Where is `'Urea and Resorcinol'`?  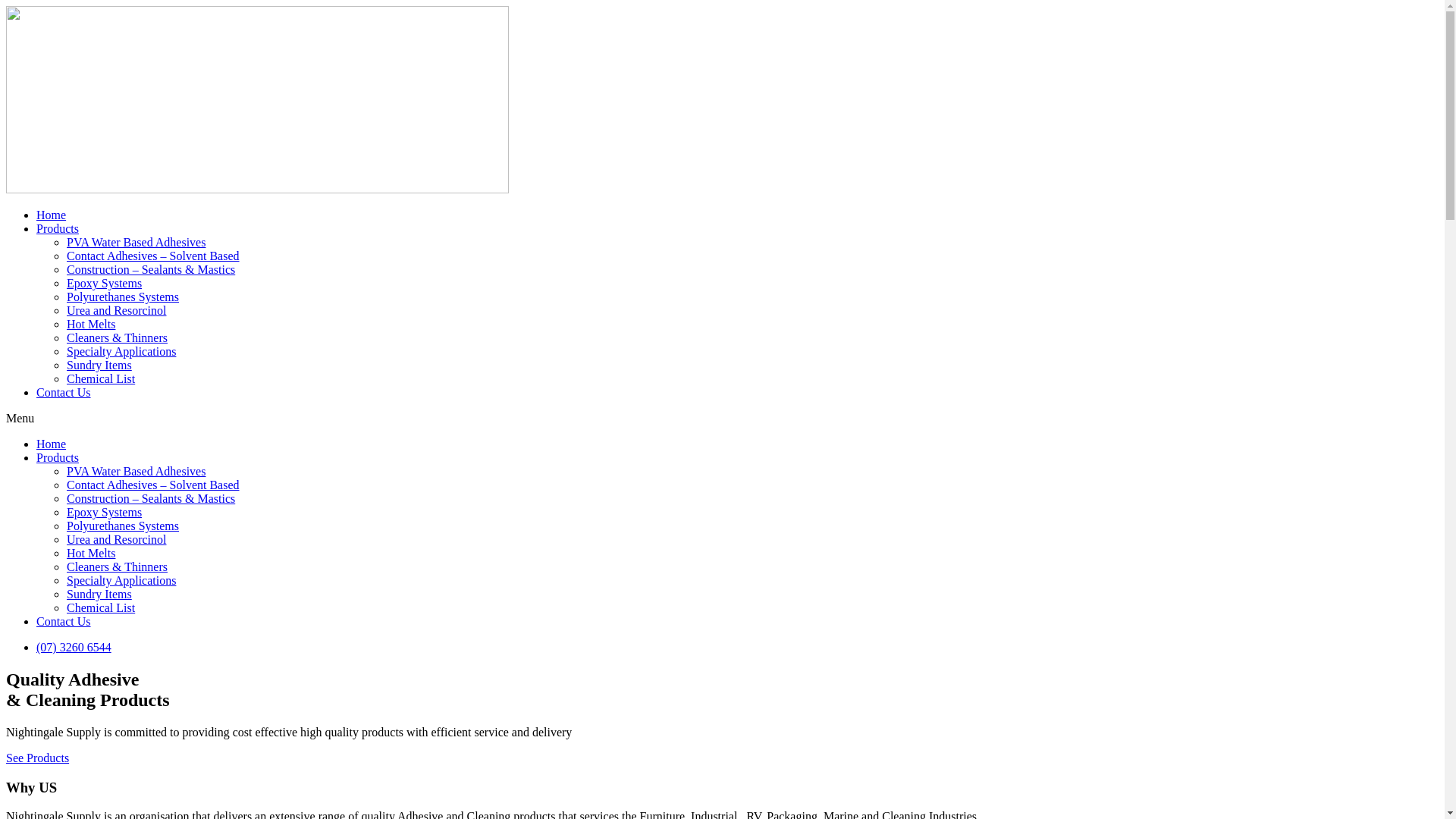 'Urea and Resorcinol' is located at coordinates (115, 309).